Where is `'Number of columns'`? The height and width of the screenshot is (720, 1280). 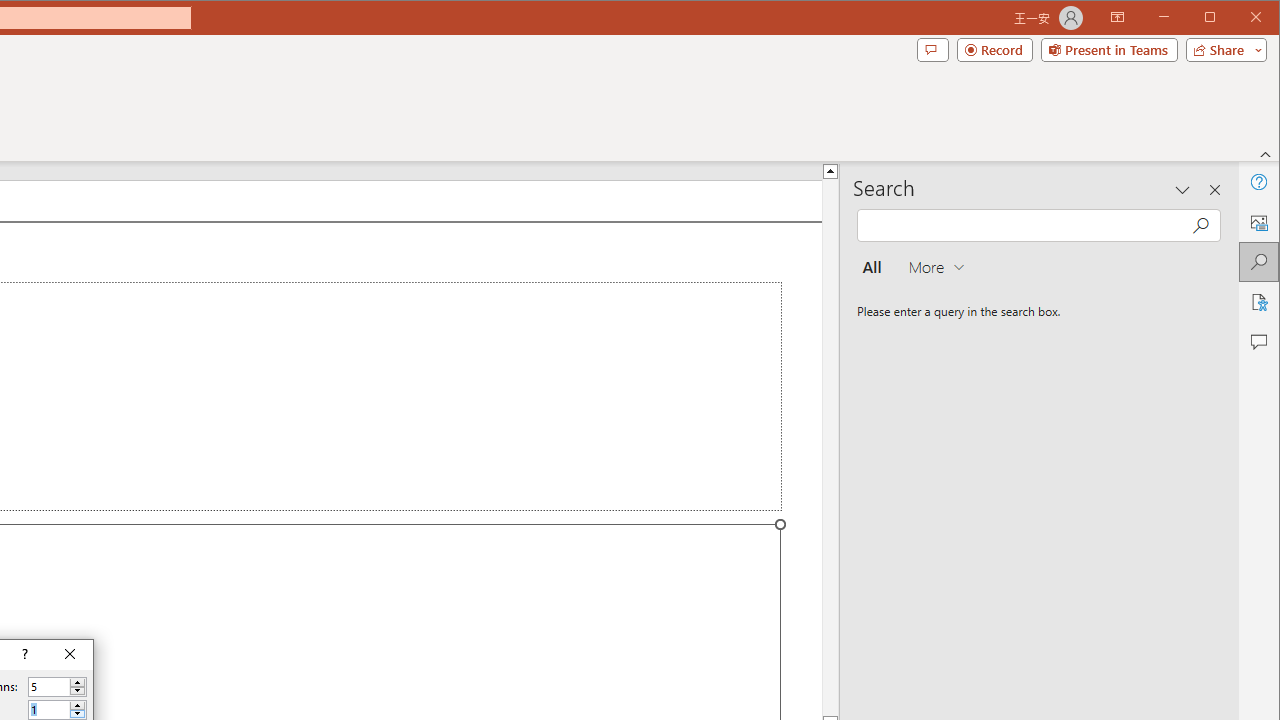 'Number of columns' is located at coordinates (57, 685).